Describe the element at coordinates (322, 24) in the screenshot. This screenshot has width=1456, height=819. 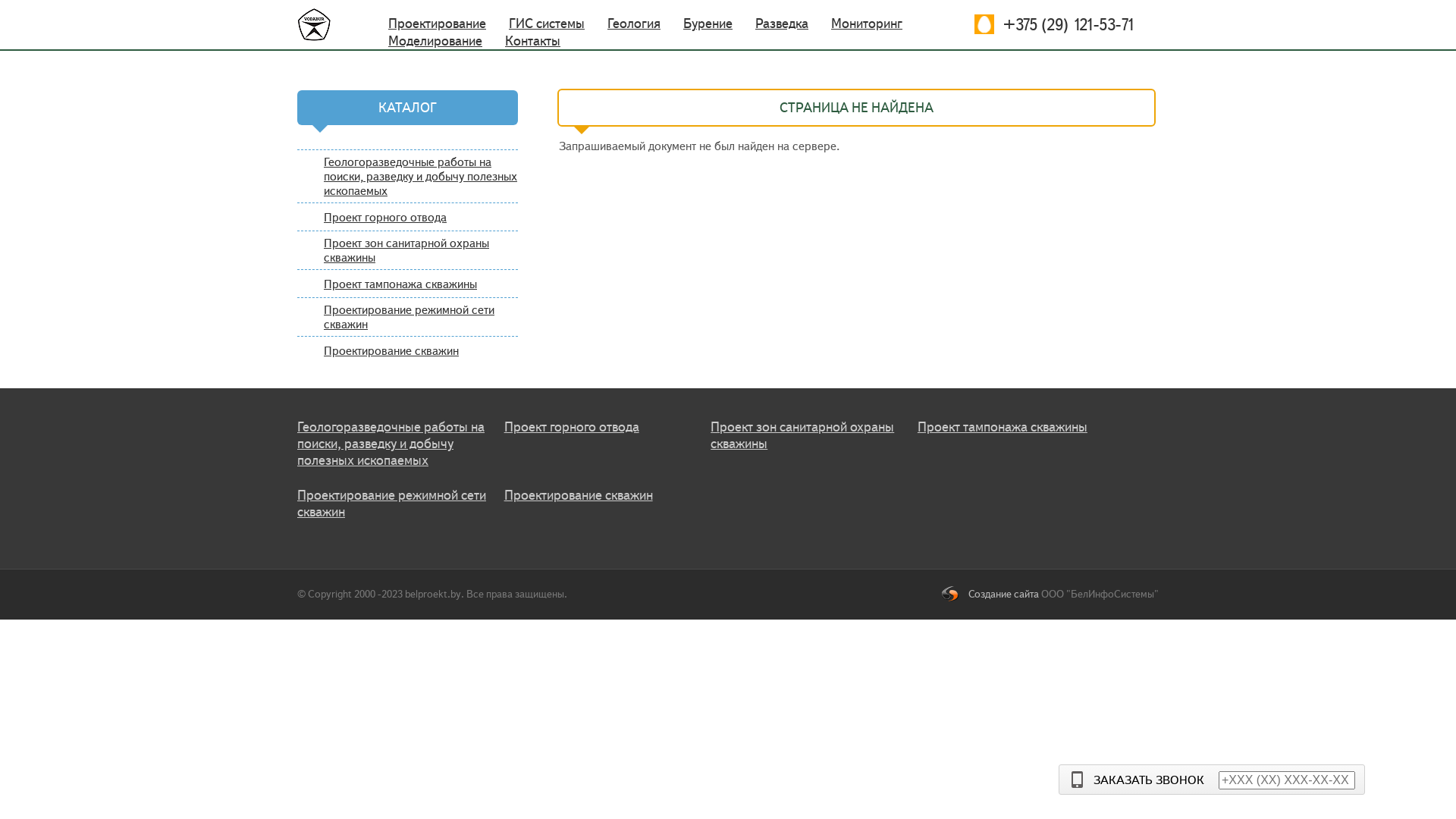
I see `'http://belproekt.by/'` at that location.